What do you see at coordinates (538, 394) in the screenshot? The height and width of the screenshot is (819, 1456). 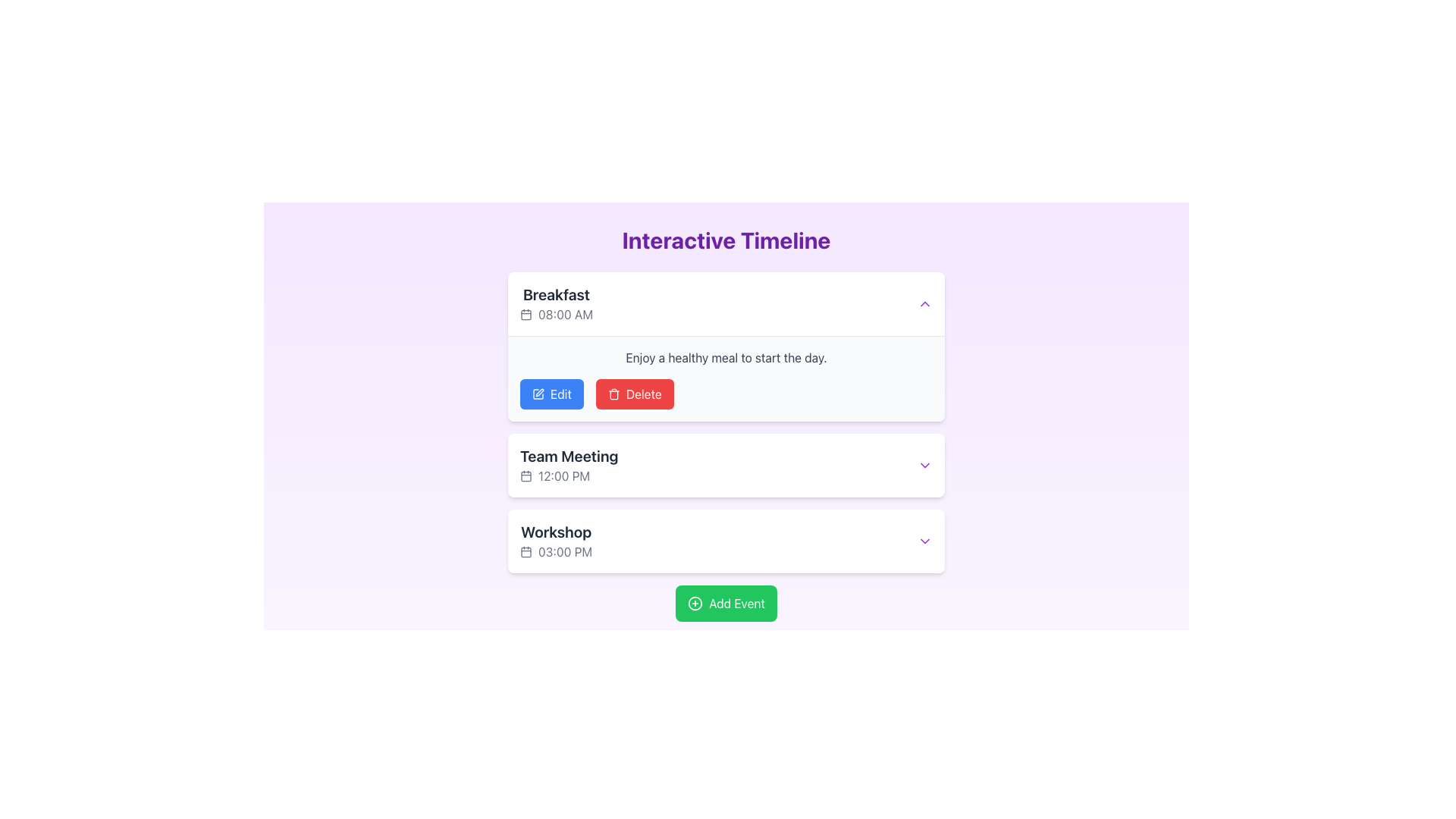 I see `the pen icon located on the left side of the 'Edit' button within the 'Breakfast' section to initiate the edit functionality` at bounding box center [538, 394].